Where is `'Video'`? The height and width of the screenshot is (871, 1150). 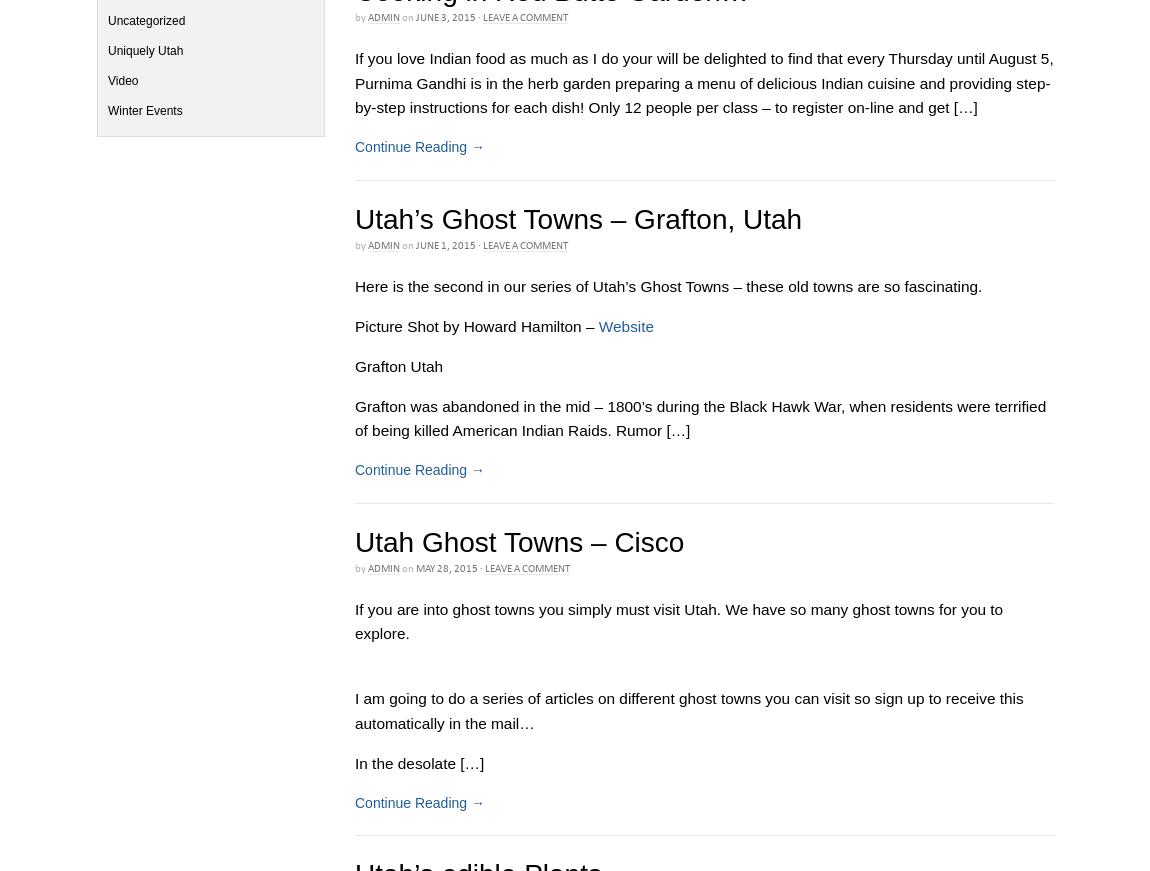
'Video' is located at coordinates (122, 80).